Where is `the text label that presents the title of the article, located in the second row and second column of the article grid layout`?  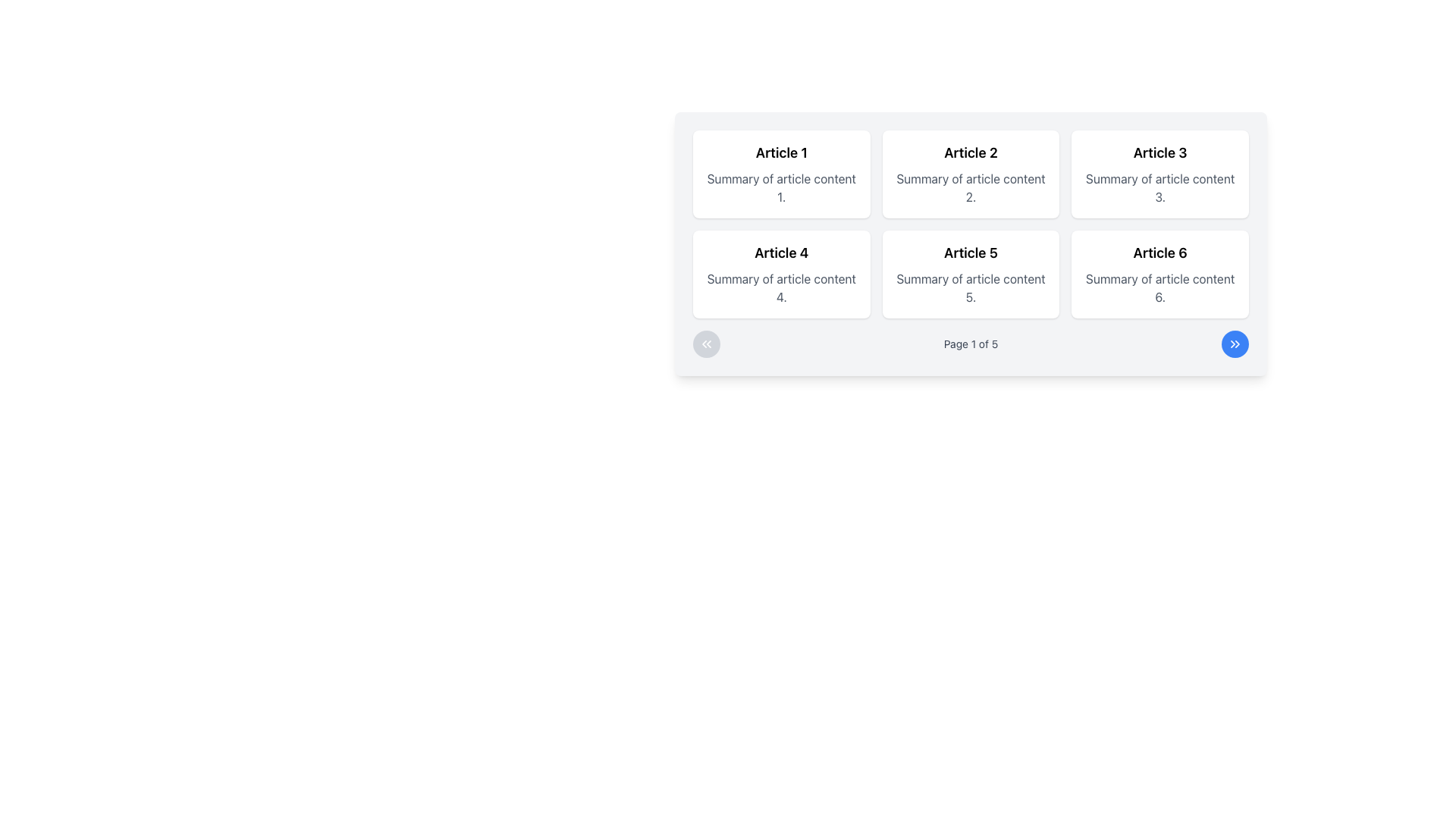
the text label that presents the title of the article, located in the second row and second column of the article grid layout is located at coordinates (971, 253).